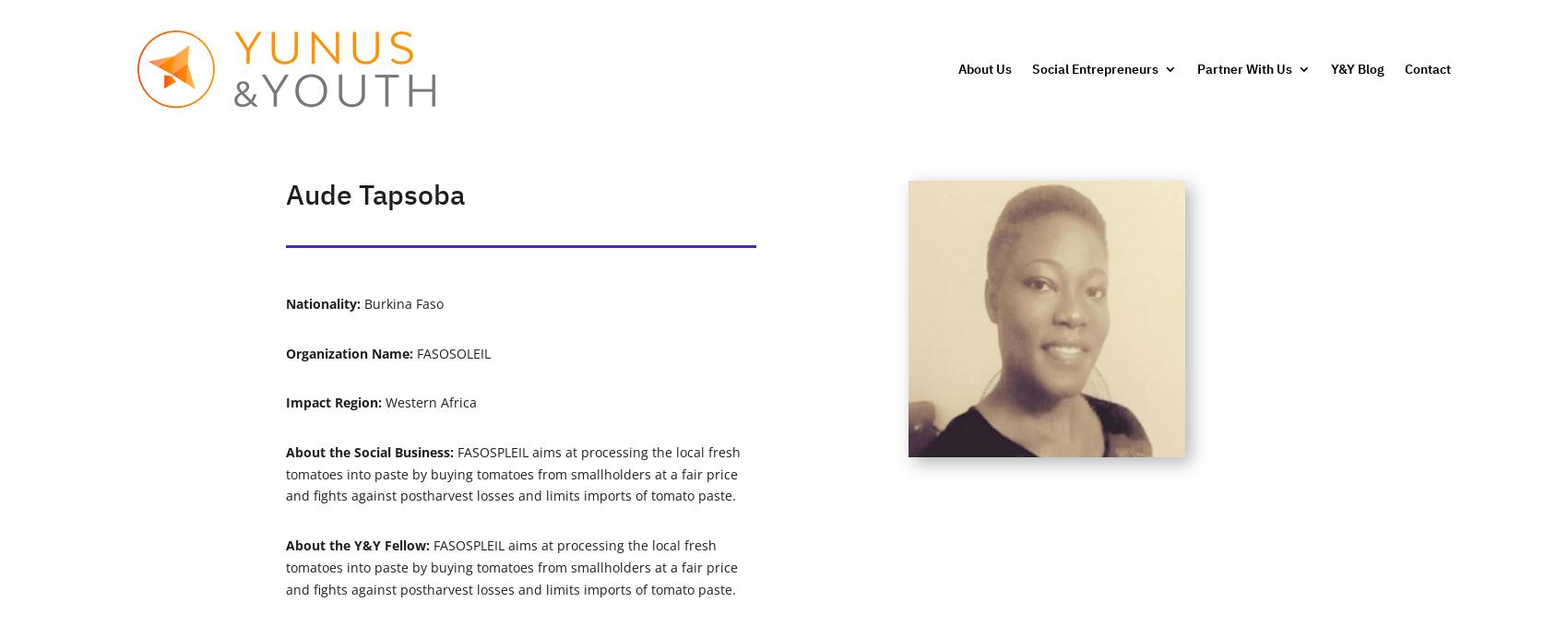  What do you see at coordinates (403, 302) in the screenshot?
I see `'Burkina Faso'` at bounding box center [403, 302].